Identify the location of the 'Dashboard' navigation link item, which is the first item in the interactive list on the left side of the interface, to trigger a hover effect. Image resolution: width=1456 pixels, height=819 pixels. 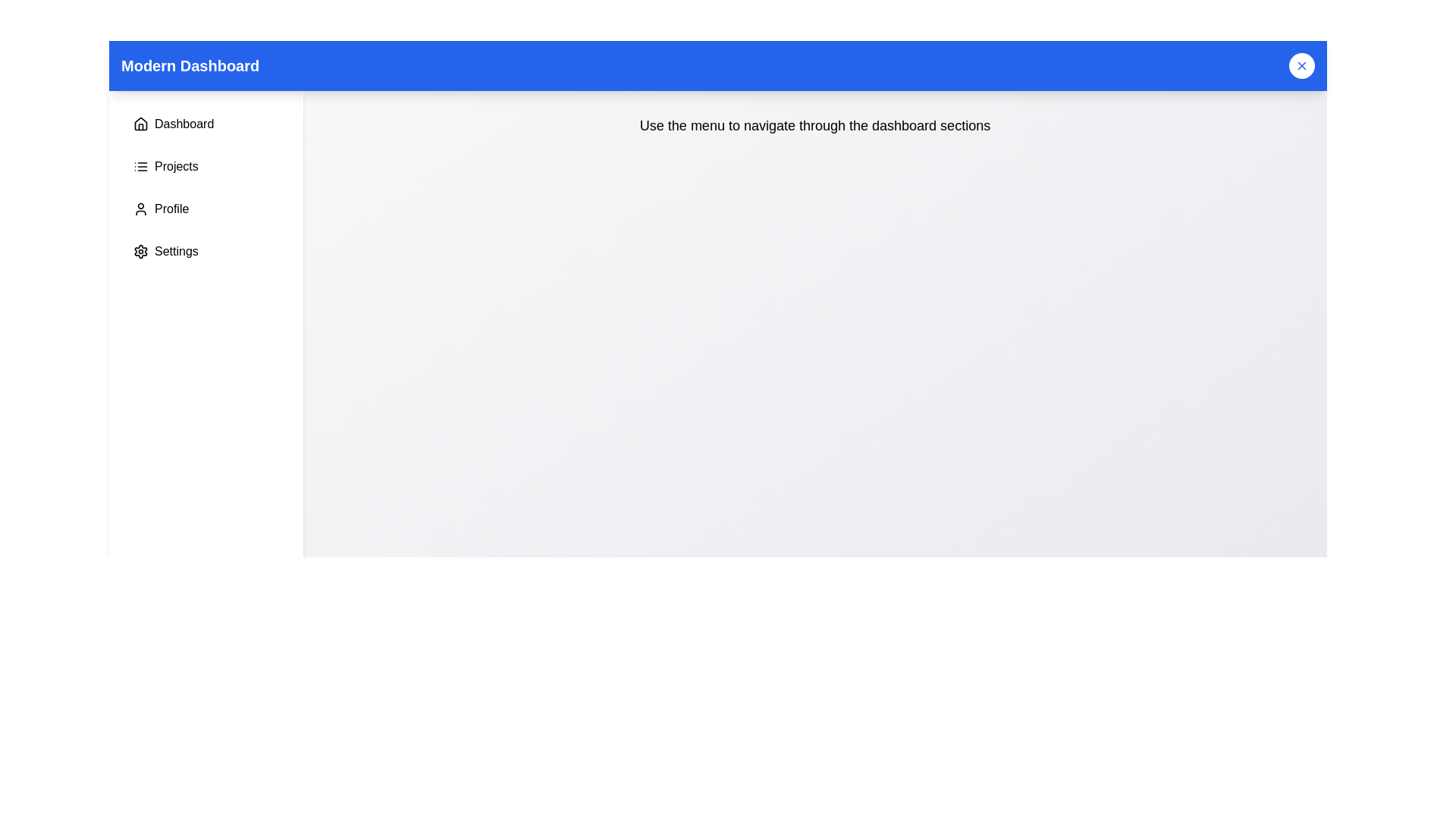
(206, 124).